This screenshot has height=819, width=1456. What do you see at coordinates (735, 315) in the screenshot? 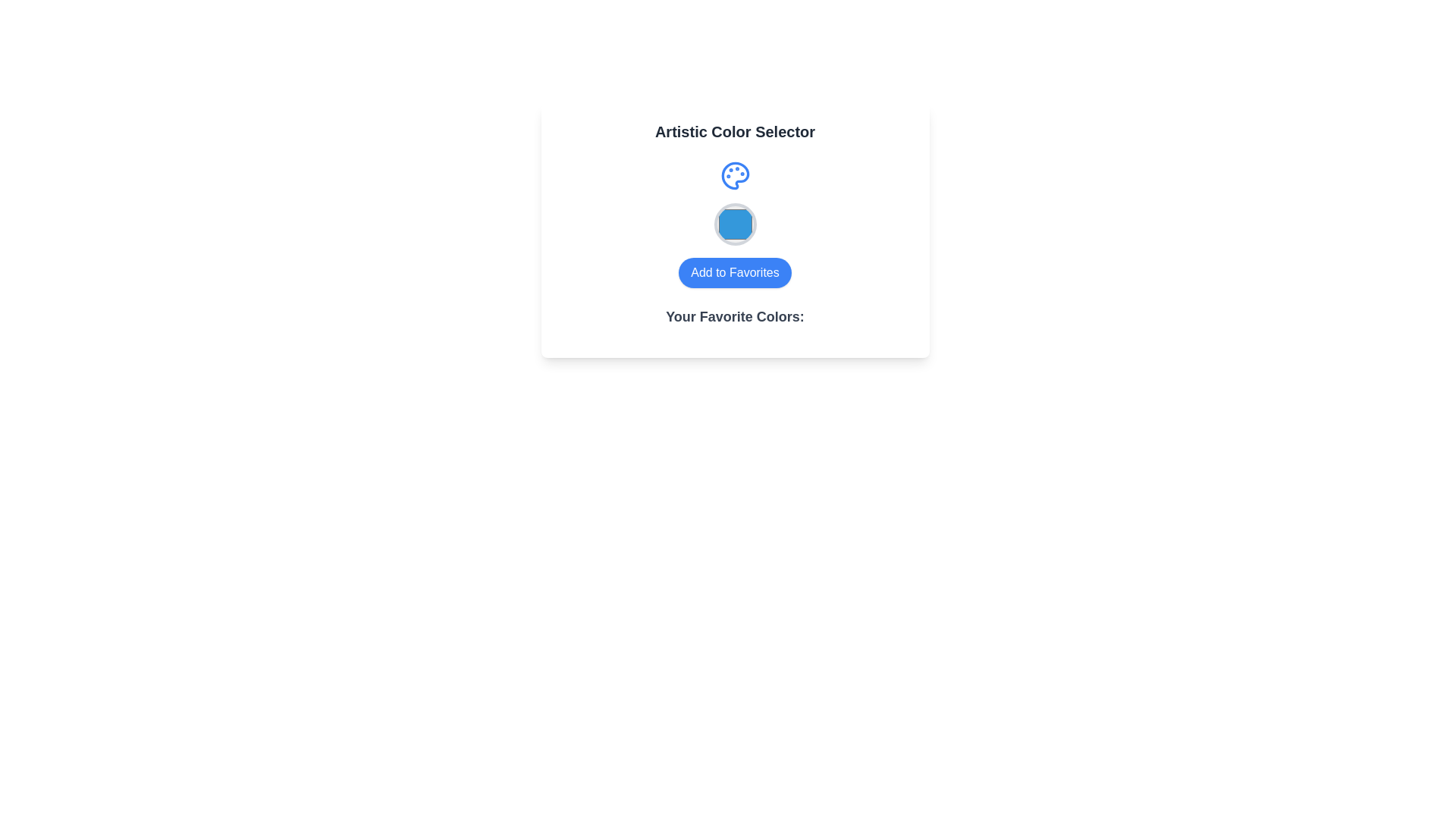
I see `the text label that serves as a heading for the section introducing the user's favorite colors, located at the bottom of the white card below the 'Artistic Color Selector' title and above the 'Add to Favorites' button` at bounding box center [735, 315].